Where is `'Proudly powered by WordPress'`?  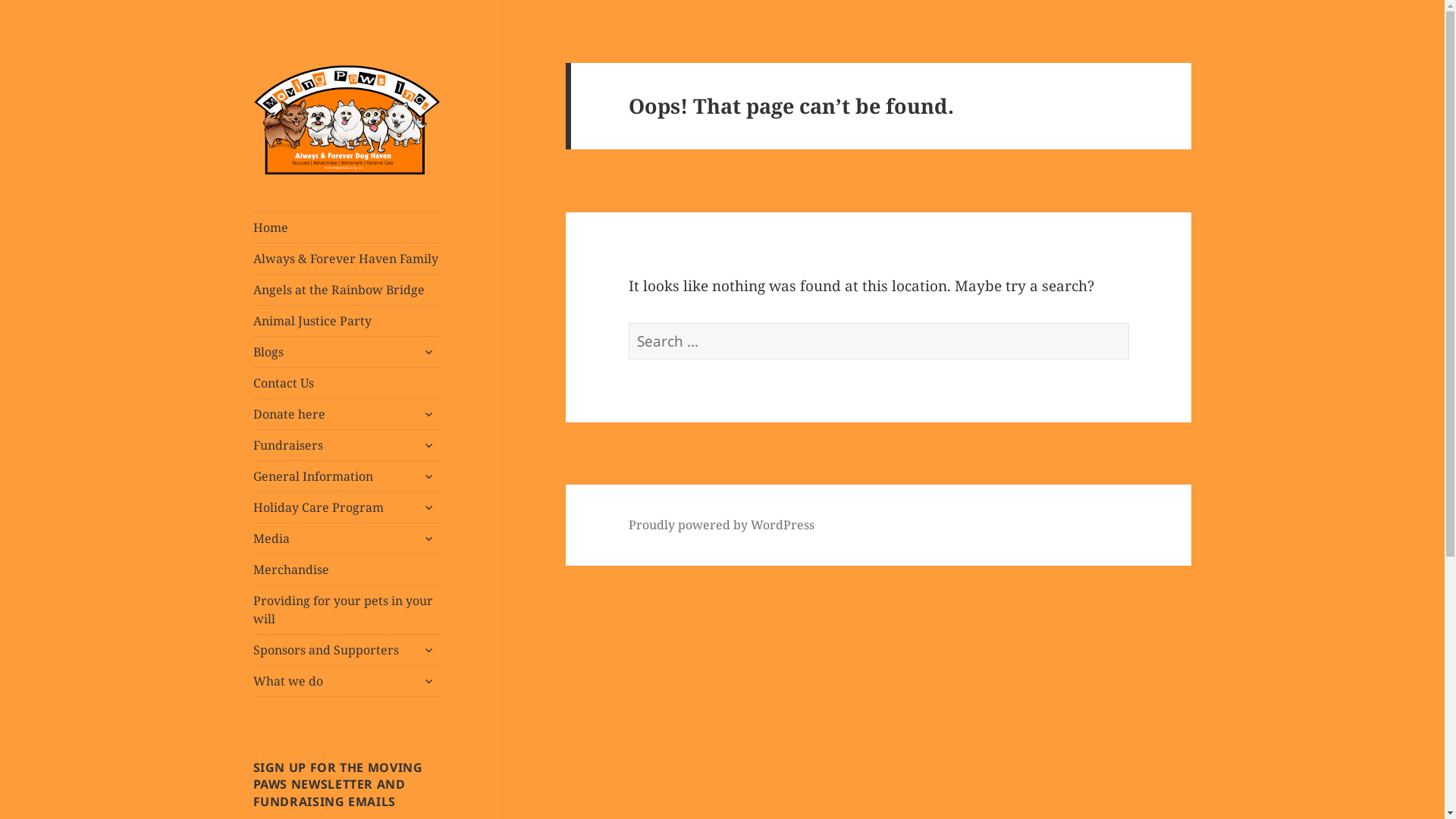 'Proudly powered by WordPress' is located at coordinates (720, 524).